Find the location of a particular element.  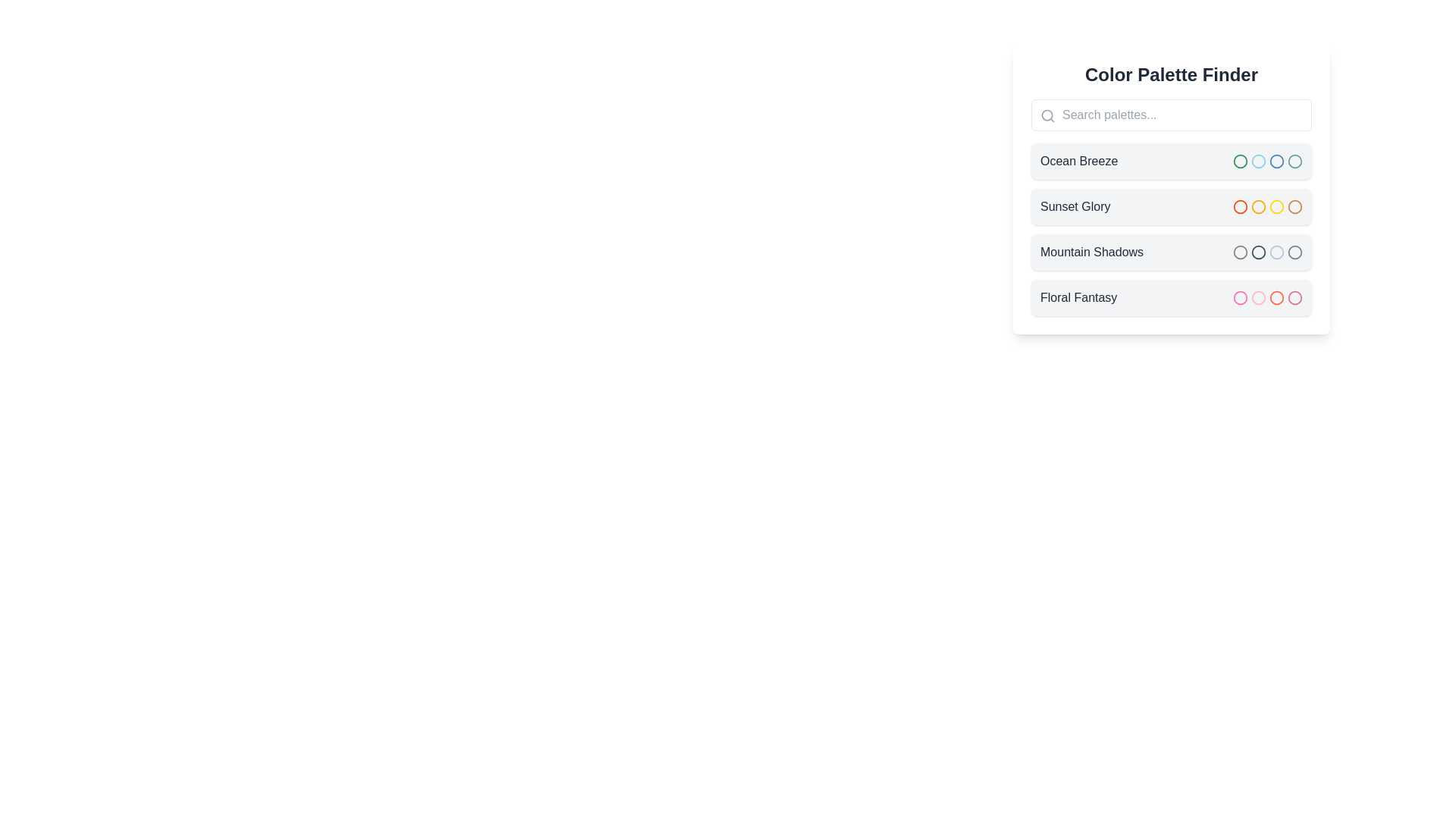

the first circular icon with a hot pink stroke representing the 'Floral Fantasy' color palette is located at coordinates (1241, 298).